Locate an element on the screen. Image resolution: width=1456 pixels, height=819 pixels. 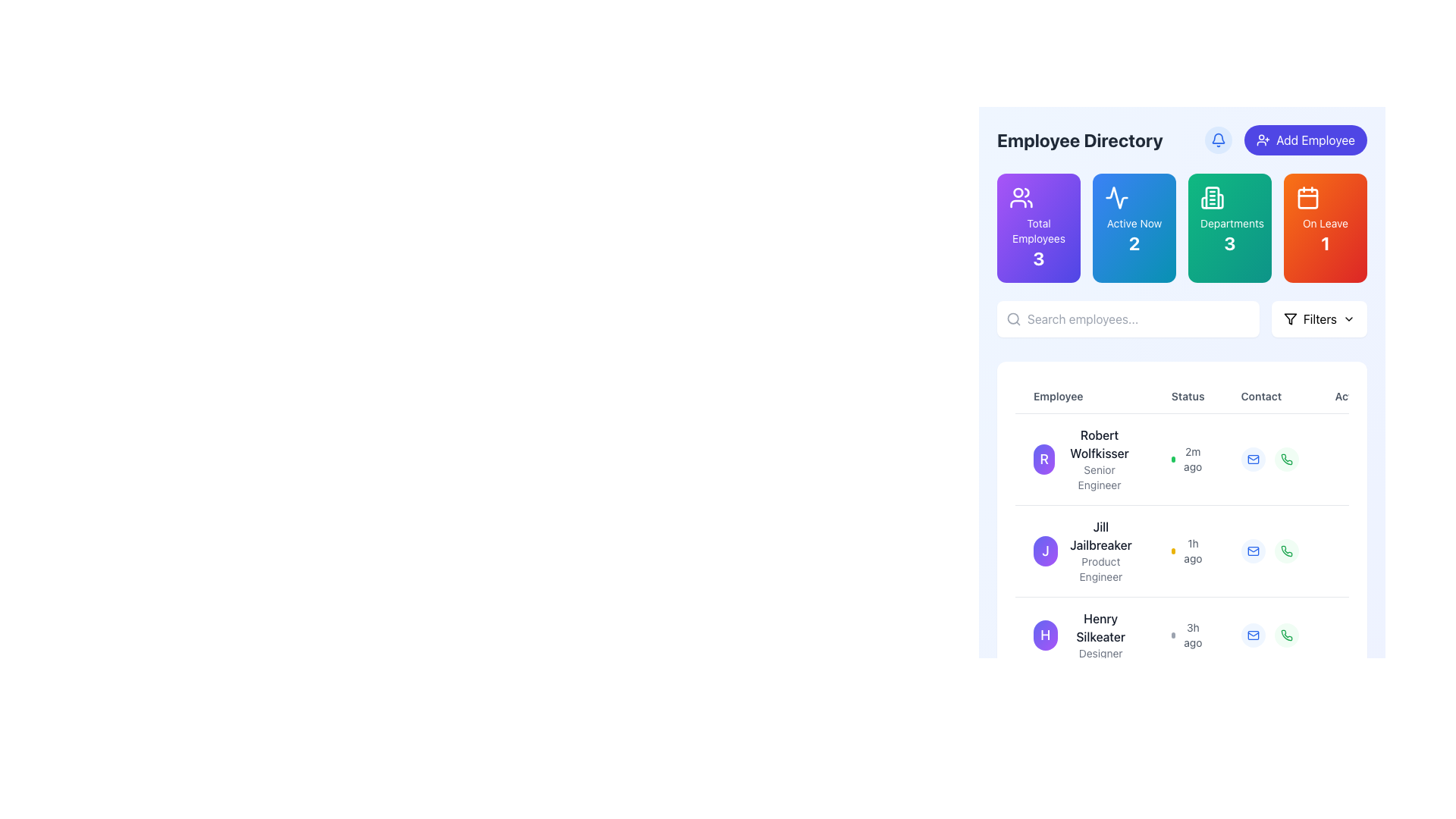
the circular button in the 'Contact' column next to employee 'Robert Wolfkisser' to initiate an email is located at coordinates (1253, 458).